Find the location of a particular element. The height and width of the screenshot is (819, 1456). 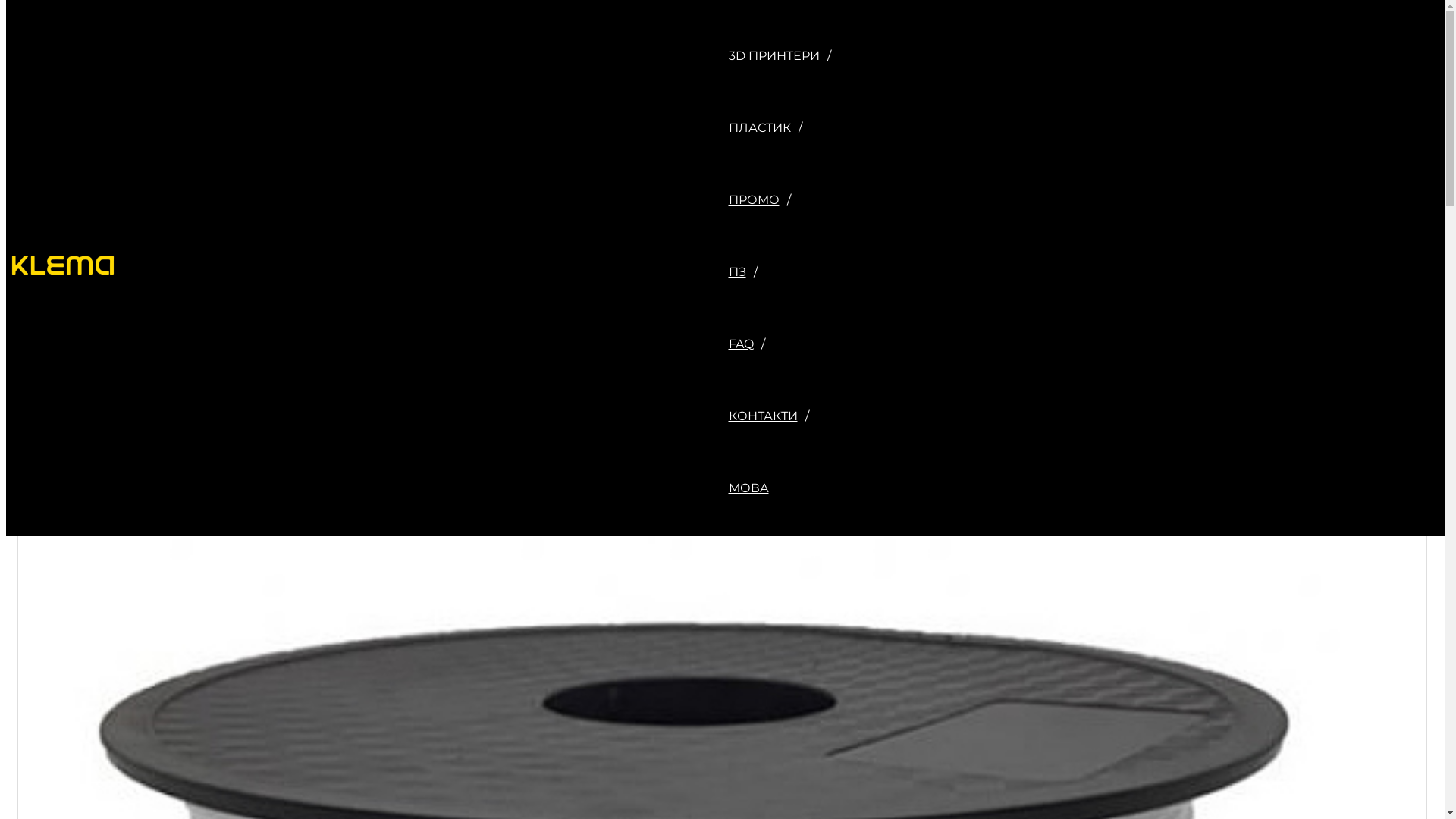

'FAQ' is located at coordinates (783, 344).